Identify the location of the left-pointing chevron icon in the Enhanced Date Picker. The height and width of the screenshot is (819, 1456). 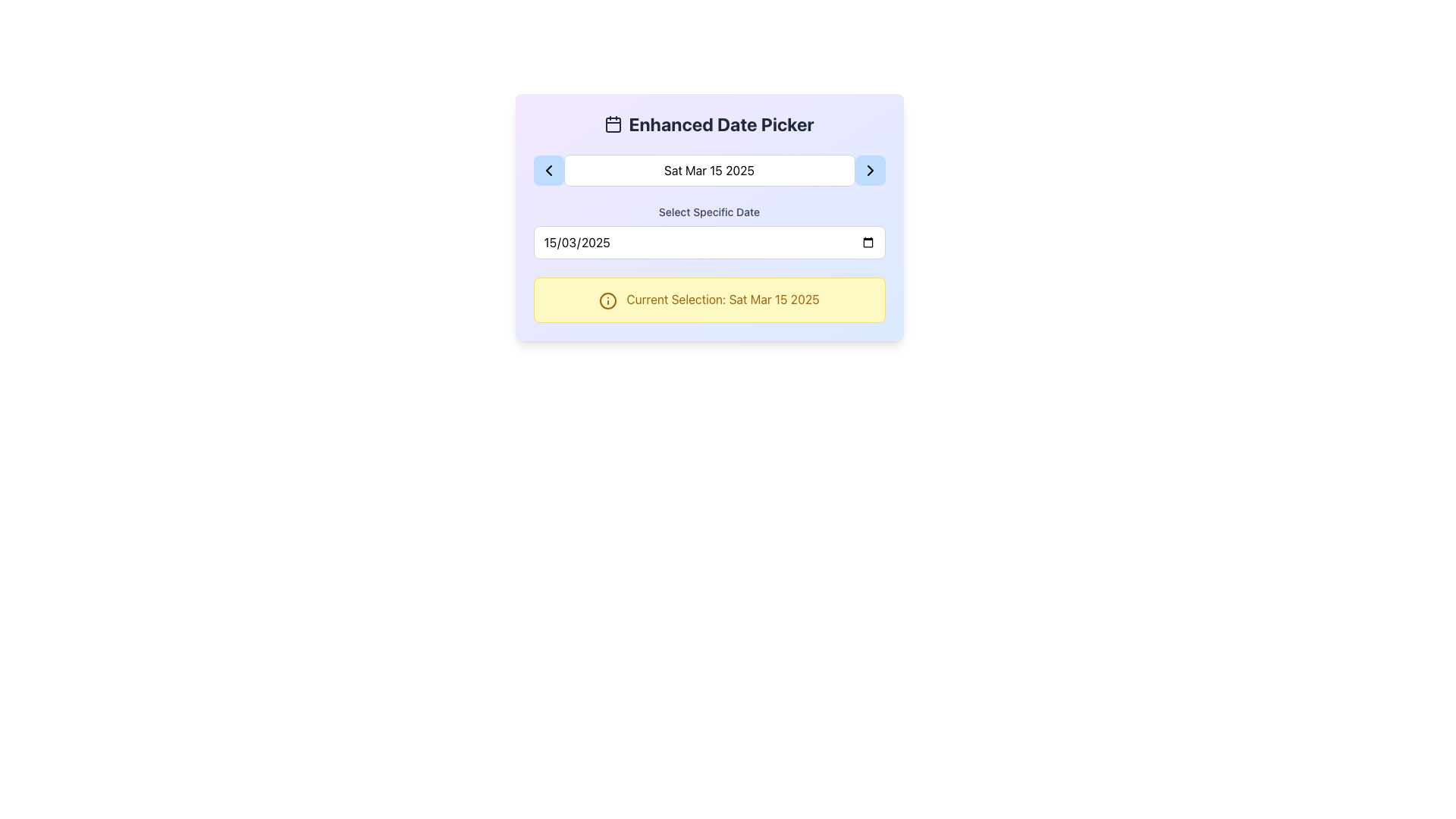
(548, 170).